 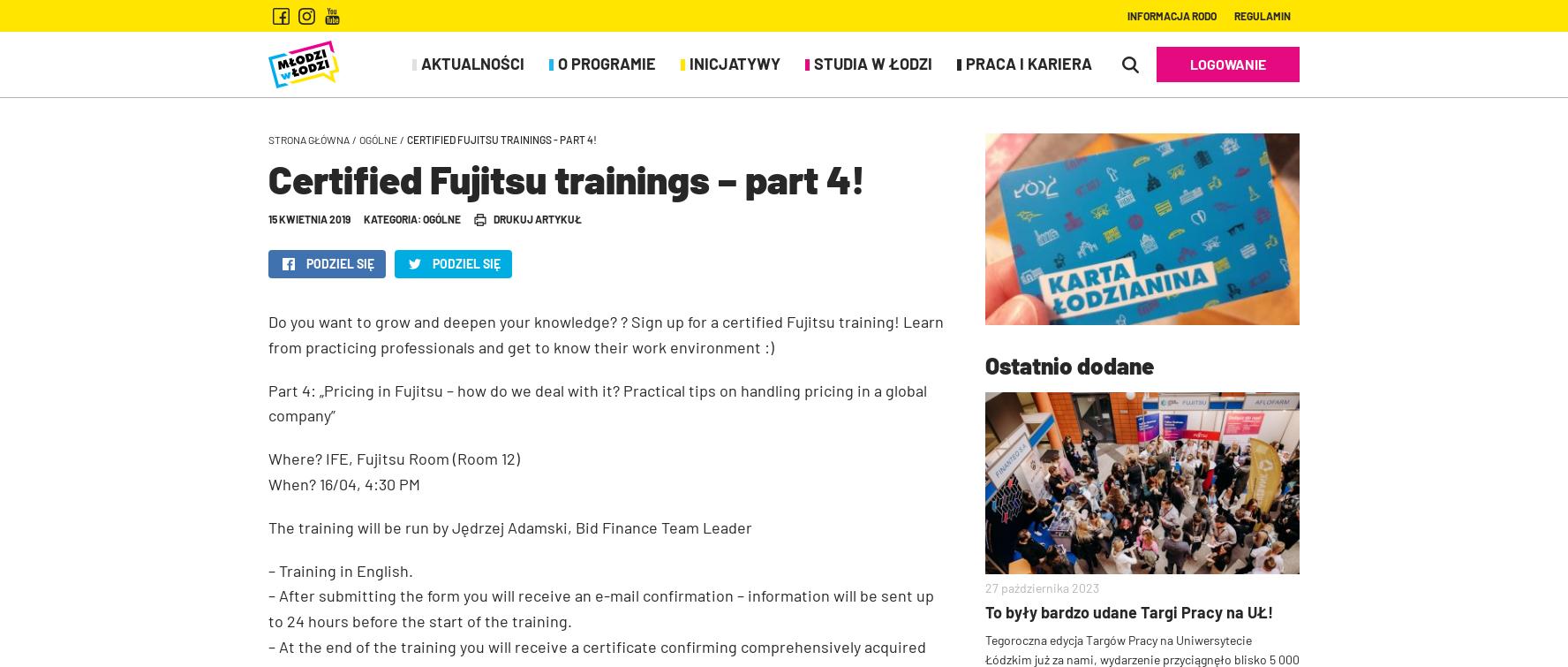 I want to click on 'Certified Fujitsu trainings – part 4!', so click(x=566, y=178).